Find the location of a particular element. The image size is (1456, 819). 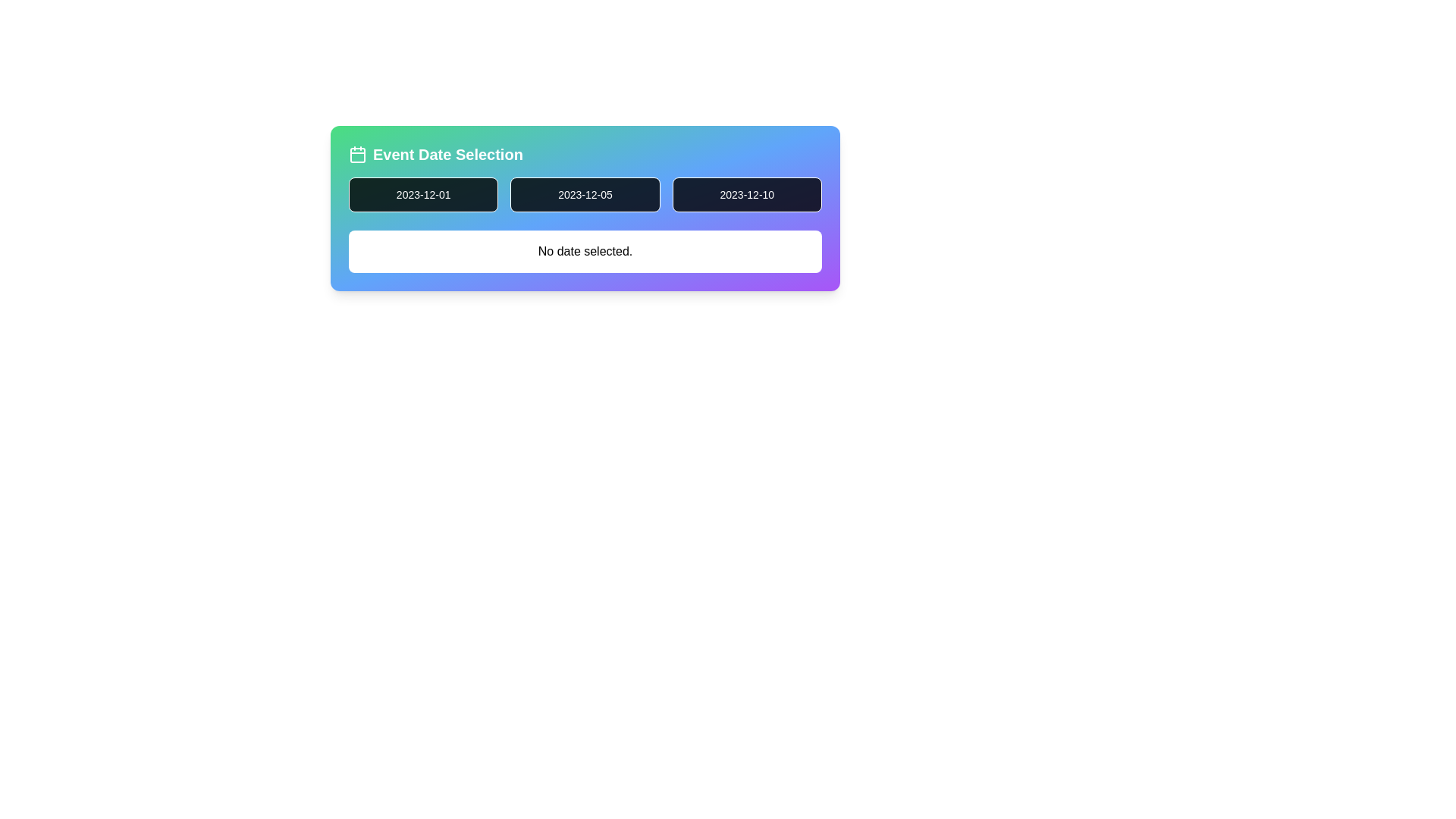

the second date selection button labeled '2023-12-05' is located at coordinates (585, 208).